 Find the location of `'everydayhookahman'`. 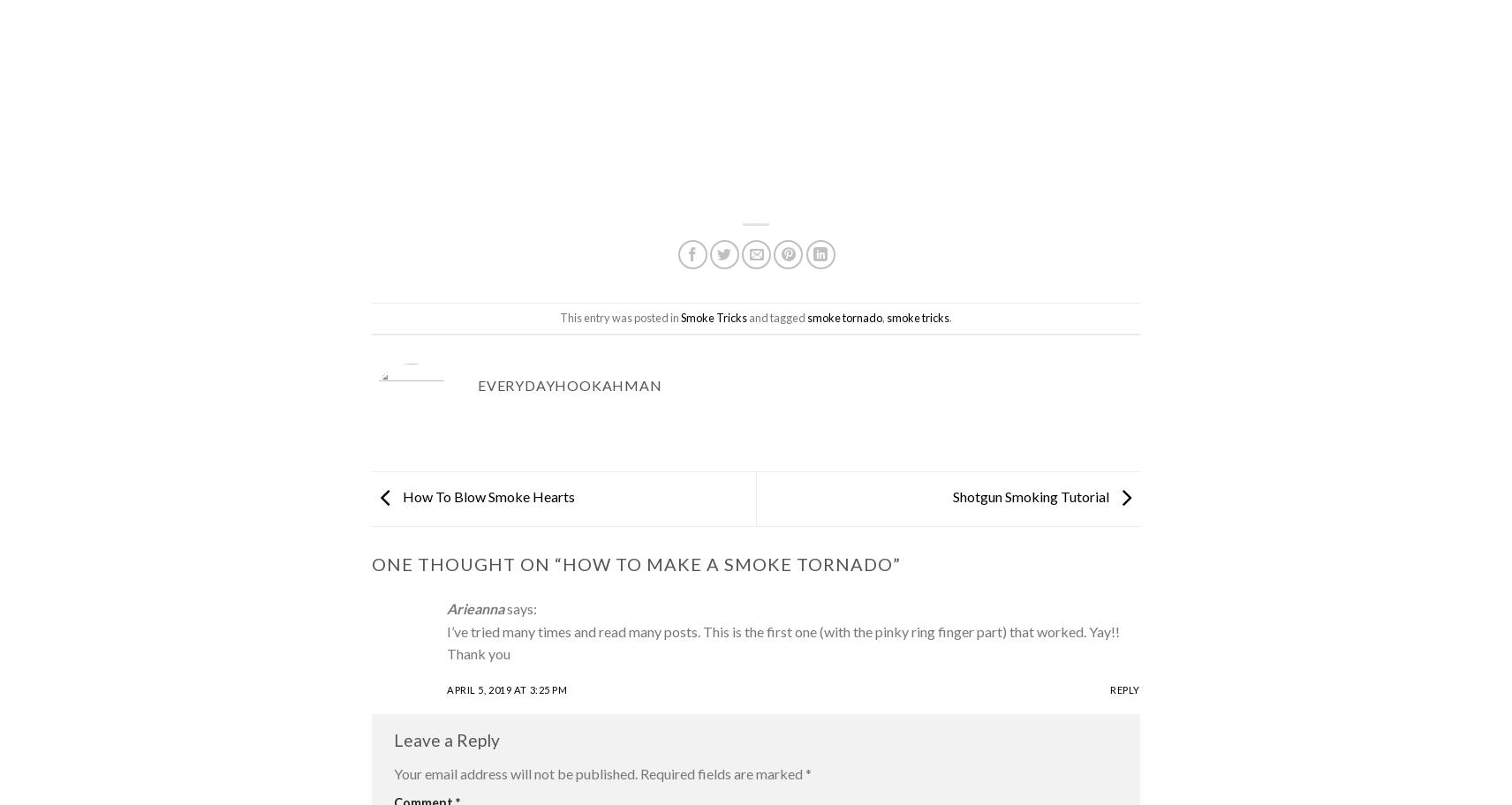

'everydayhookahman' is located at coordinates (476, 384).